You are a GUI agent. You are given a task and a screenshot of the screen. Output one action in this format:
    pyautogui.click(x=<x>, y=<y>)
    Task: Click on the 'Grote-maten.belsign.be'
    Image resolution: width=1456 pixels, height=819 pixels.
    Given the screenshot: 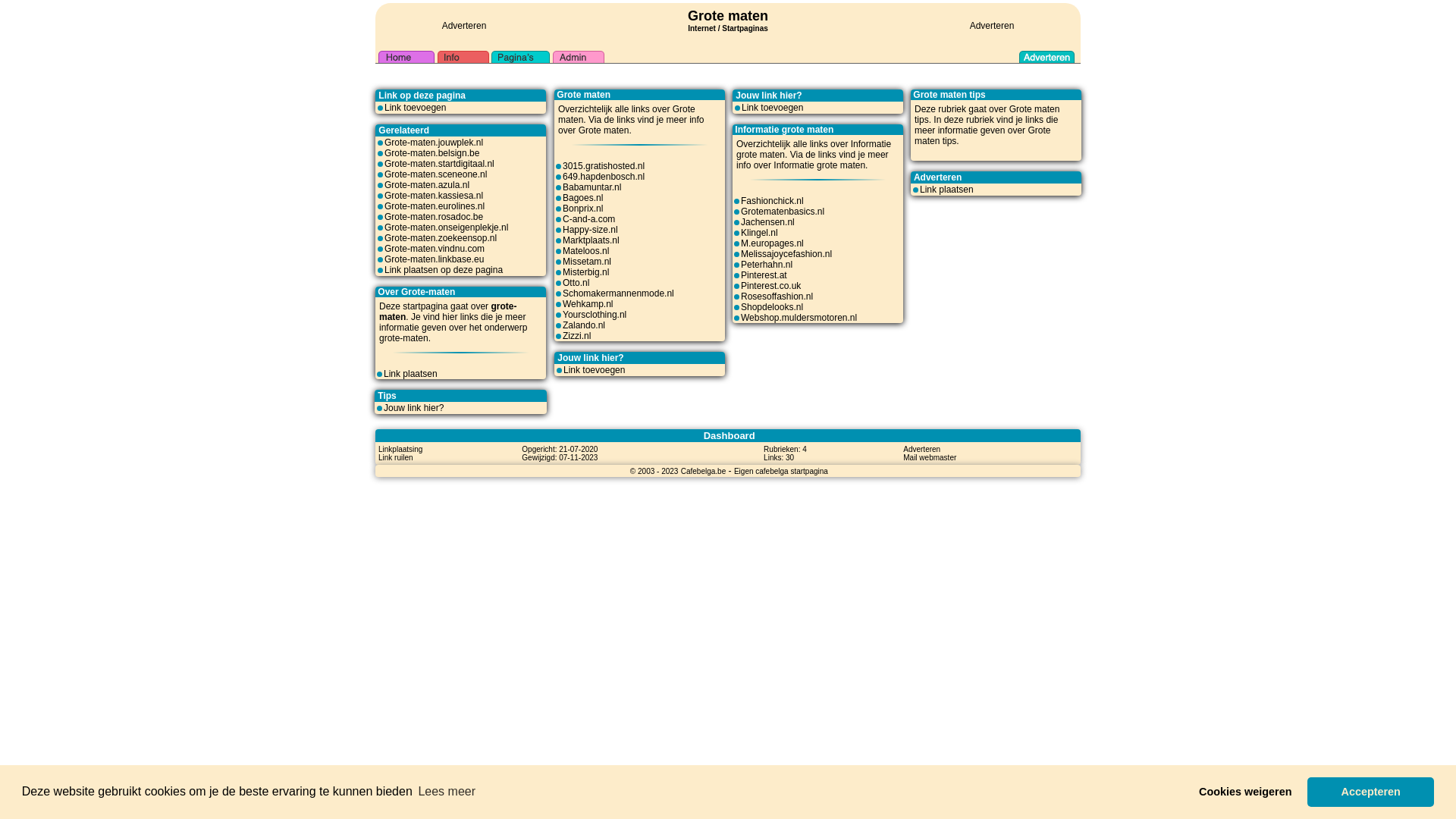 What is the action you would take?
    pyautogui.click(x=431, y=152)
    